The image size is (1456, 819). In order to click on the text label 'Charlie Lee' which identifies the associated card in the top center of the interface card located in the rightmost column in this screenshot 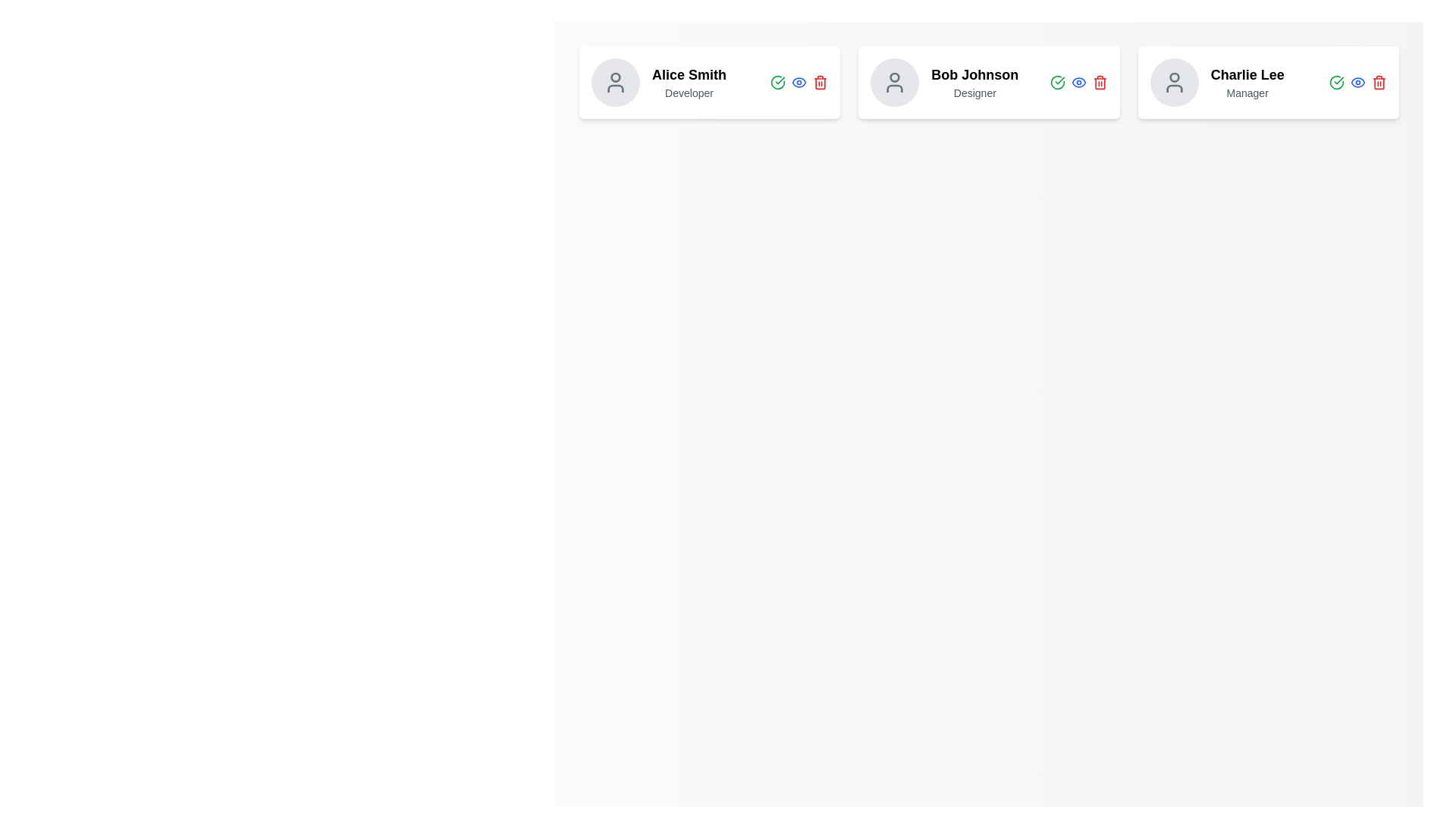, I will do `click(1247, 75)`.